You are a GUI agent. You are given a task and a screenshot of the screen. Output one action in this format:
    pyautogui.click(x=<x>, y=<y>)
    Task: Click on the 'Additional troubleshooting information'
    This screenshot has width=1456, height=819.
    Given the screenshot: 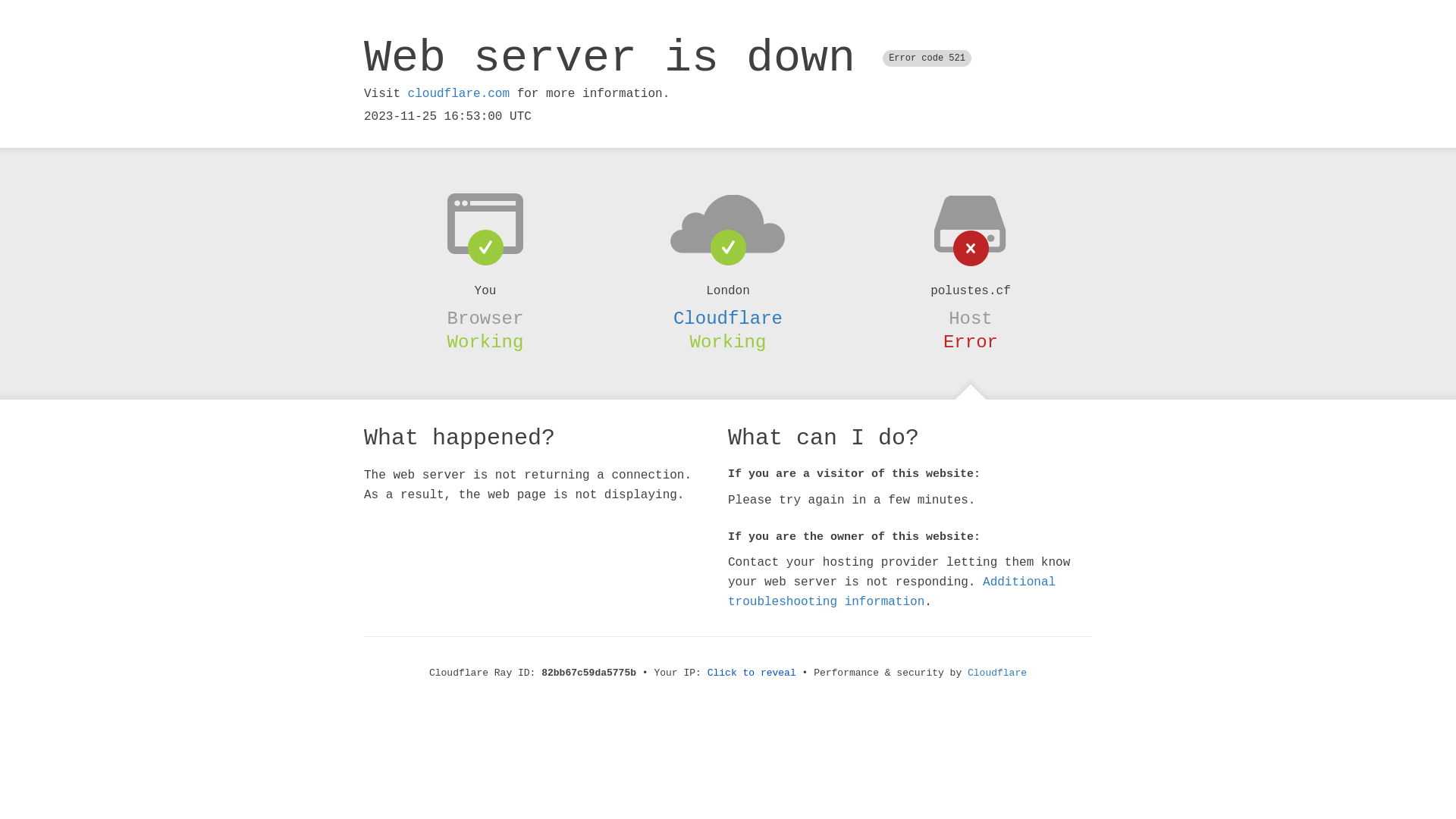 What is the action you would take?
    pyautogui.click(x=892, y=591)
    